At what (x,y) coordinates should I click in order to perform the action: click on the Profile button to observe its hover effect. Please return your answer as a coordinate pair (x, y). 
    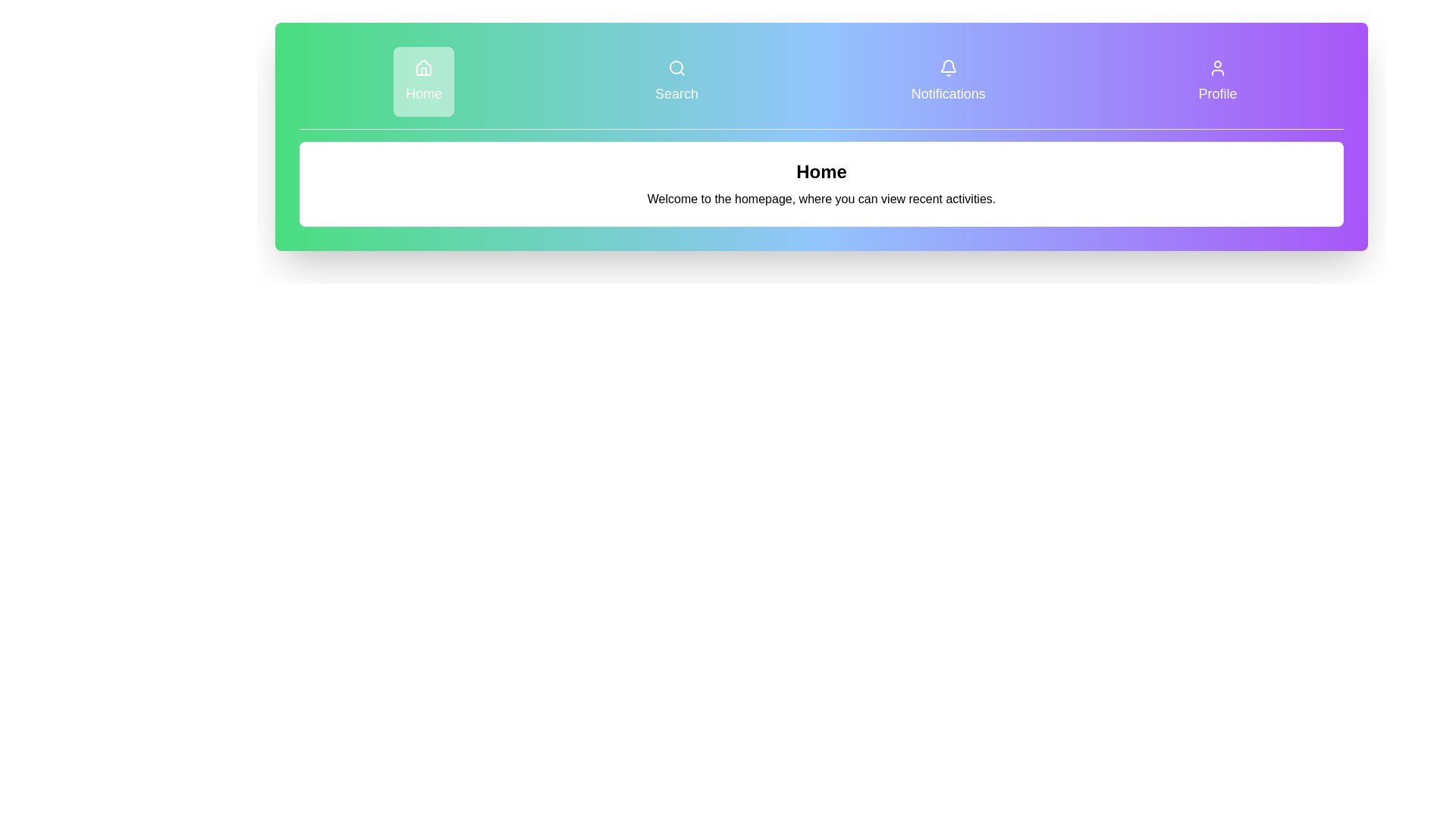
    Looking at the image, I should click on (1218, 82).